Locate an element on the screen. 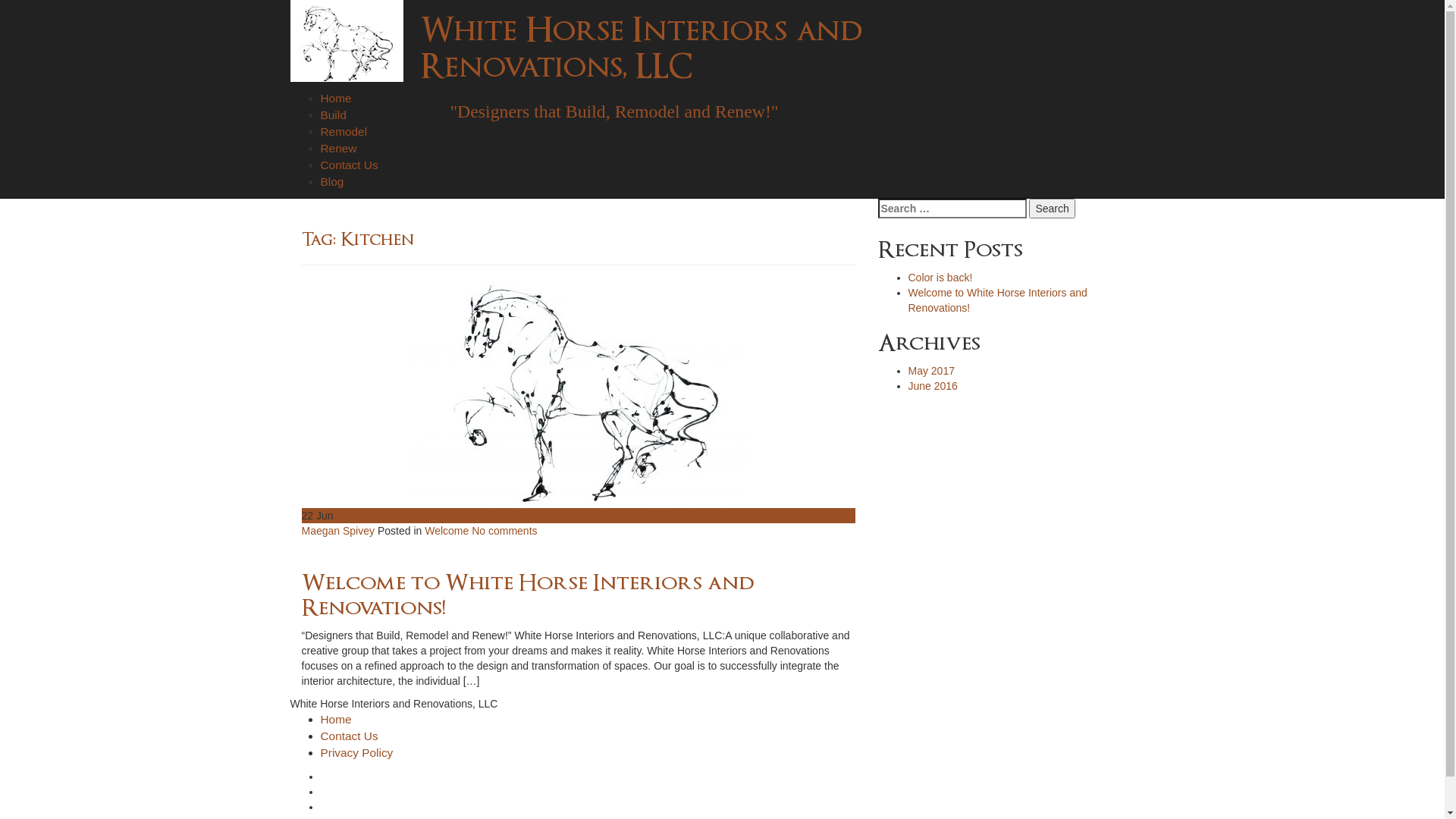 The width and height of the screenshot is (1456, 819). 'Blog' is located at coordinates (319, 180).